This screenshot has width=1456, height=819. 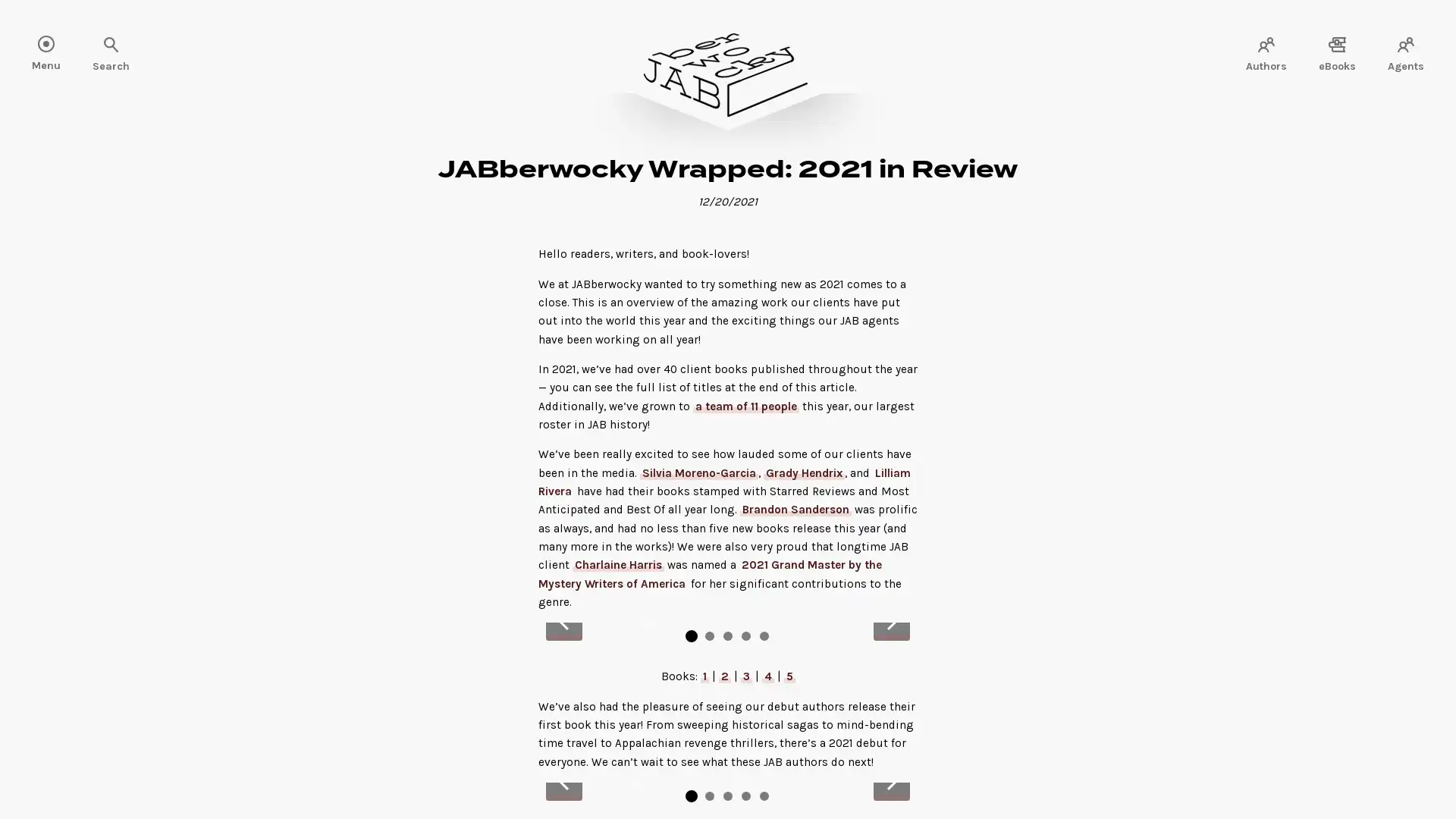 I want to click on Go to slide 1, so click(x=691, y=795).